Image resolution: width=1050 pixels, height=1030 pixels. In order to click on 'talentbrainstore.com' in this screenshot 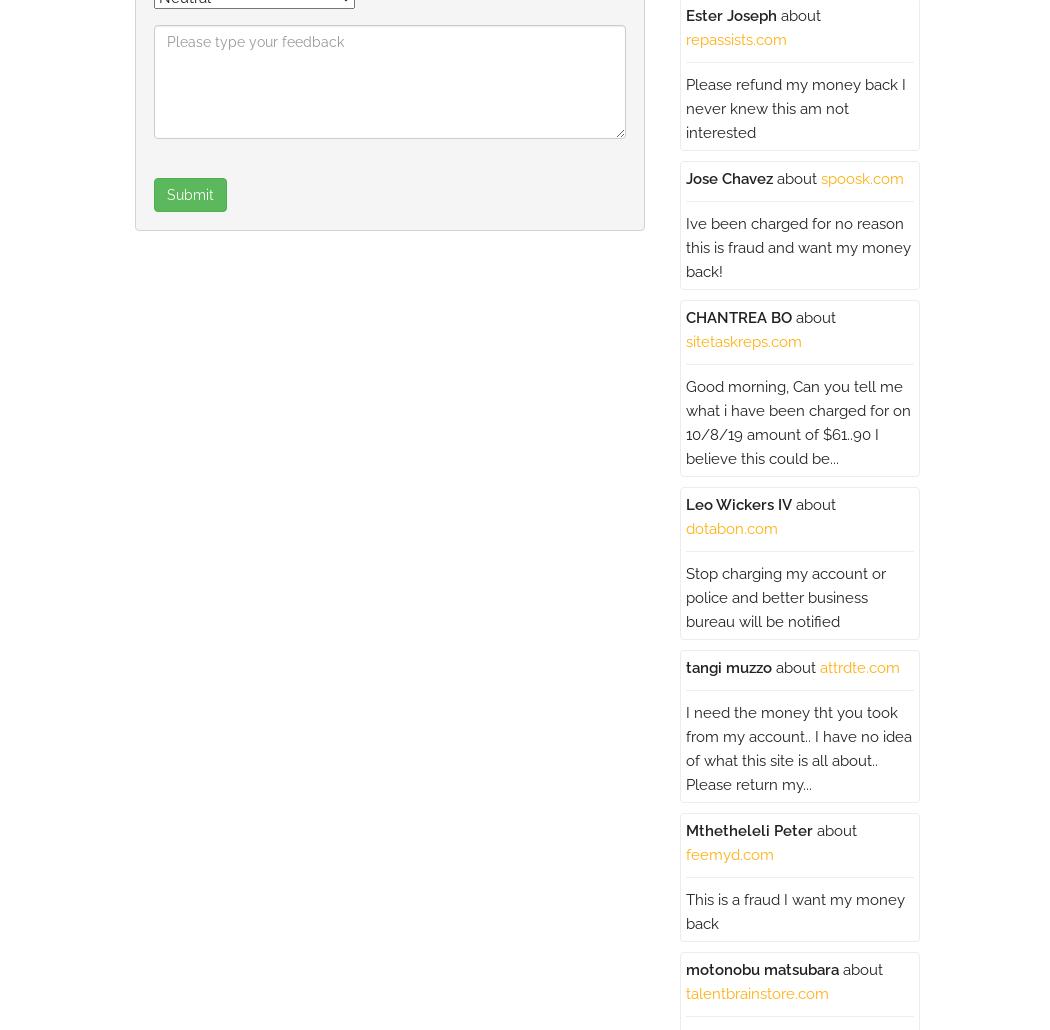, I will do `click(756, 992)`.